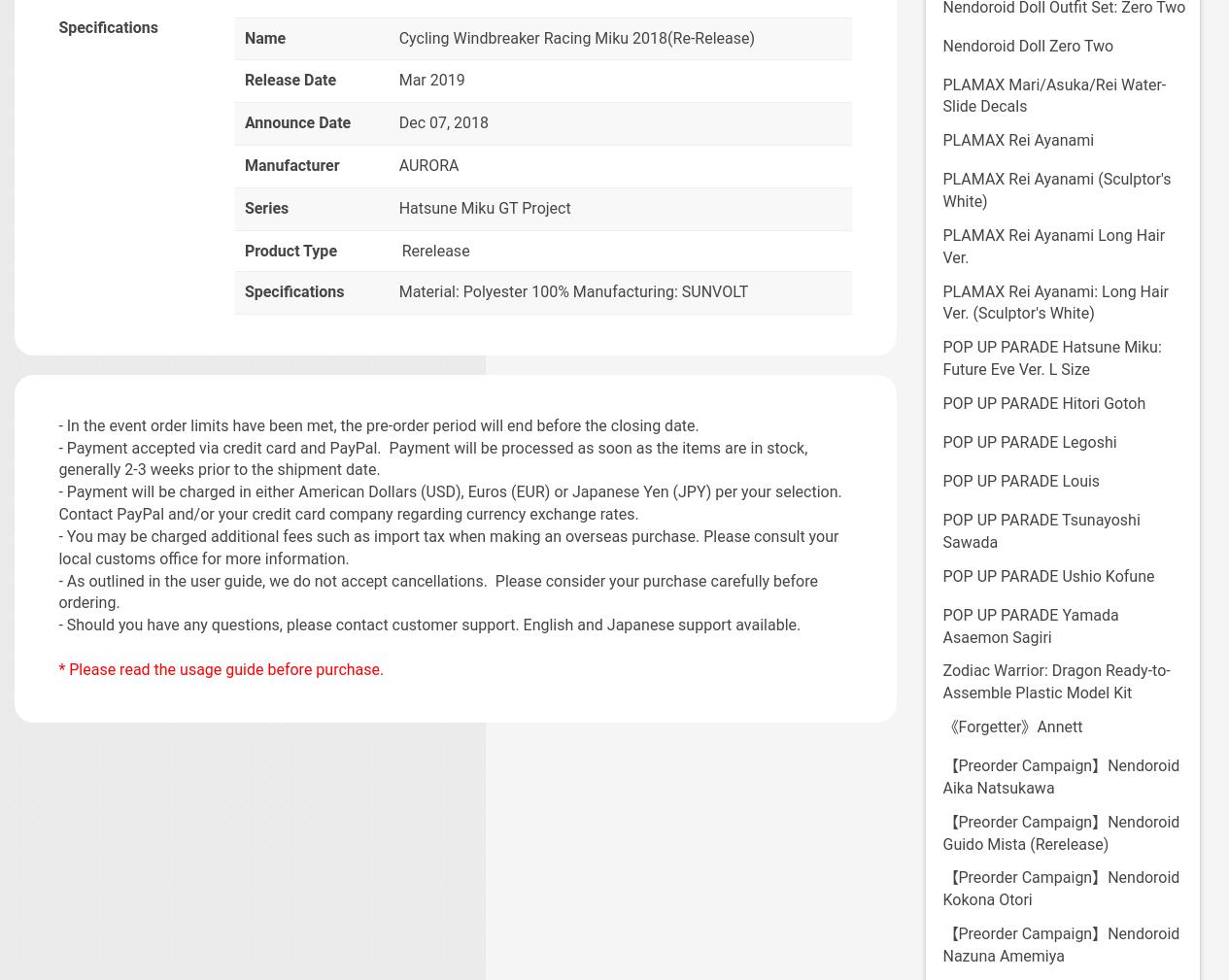  What do you see at coordinates (1059, 776) in the screenshot?
I see `'【Preorder Campaign】Nendoroid Aika Natsukawa'` at bounding box center [1059, 776].